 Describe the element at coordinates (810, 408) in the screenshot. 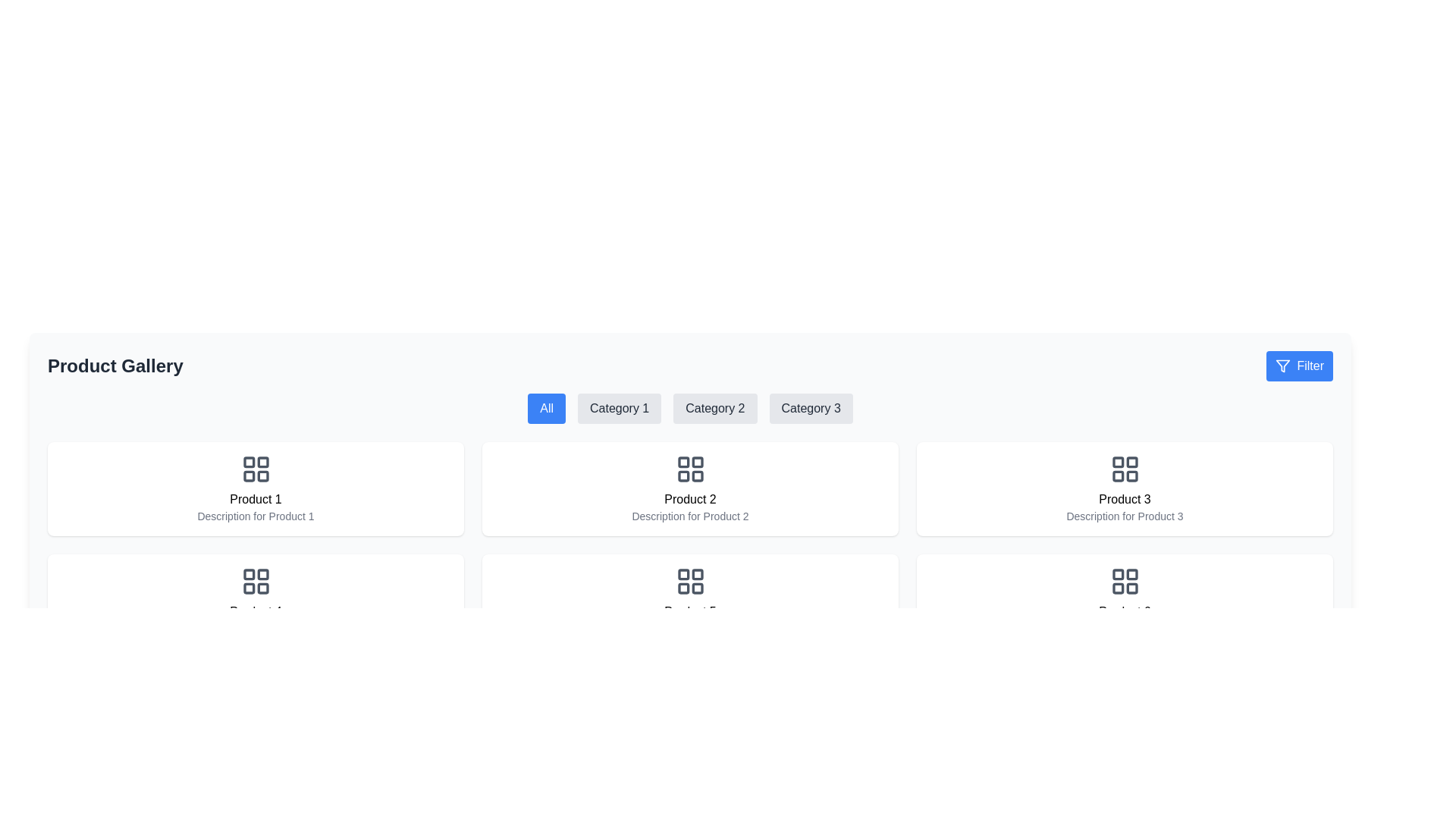

I see `the 'Category 3' filter button located in the center-right of the product filter section` at that location.